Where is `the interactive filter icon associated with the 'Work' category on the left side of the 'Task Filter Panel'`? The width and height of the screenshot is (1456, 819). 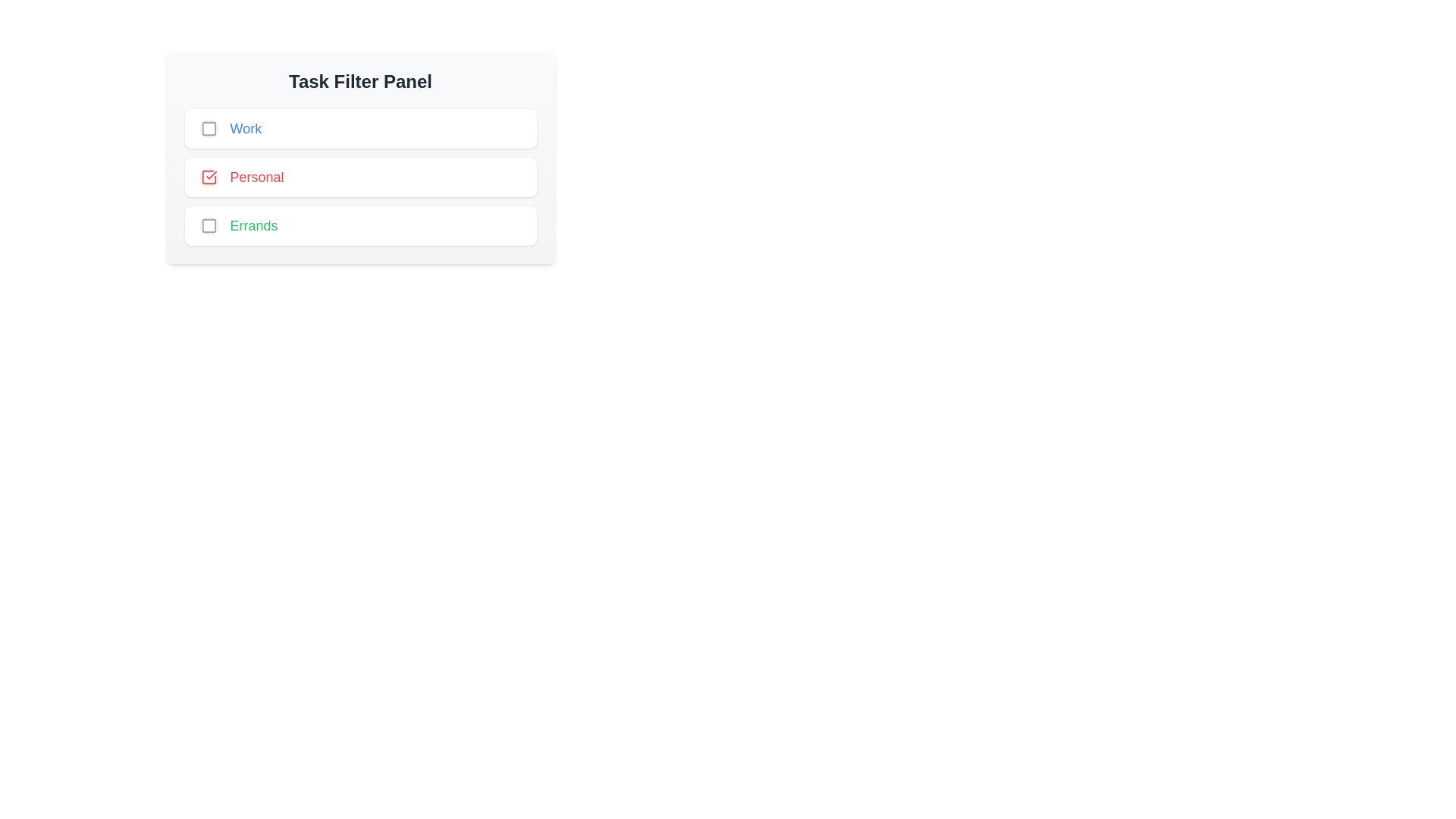
the interactive filter icon associated with the 'Work' category on the left side of the 'Task Filter Panel' is located at coordinates (208, 127).